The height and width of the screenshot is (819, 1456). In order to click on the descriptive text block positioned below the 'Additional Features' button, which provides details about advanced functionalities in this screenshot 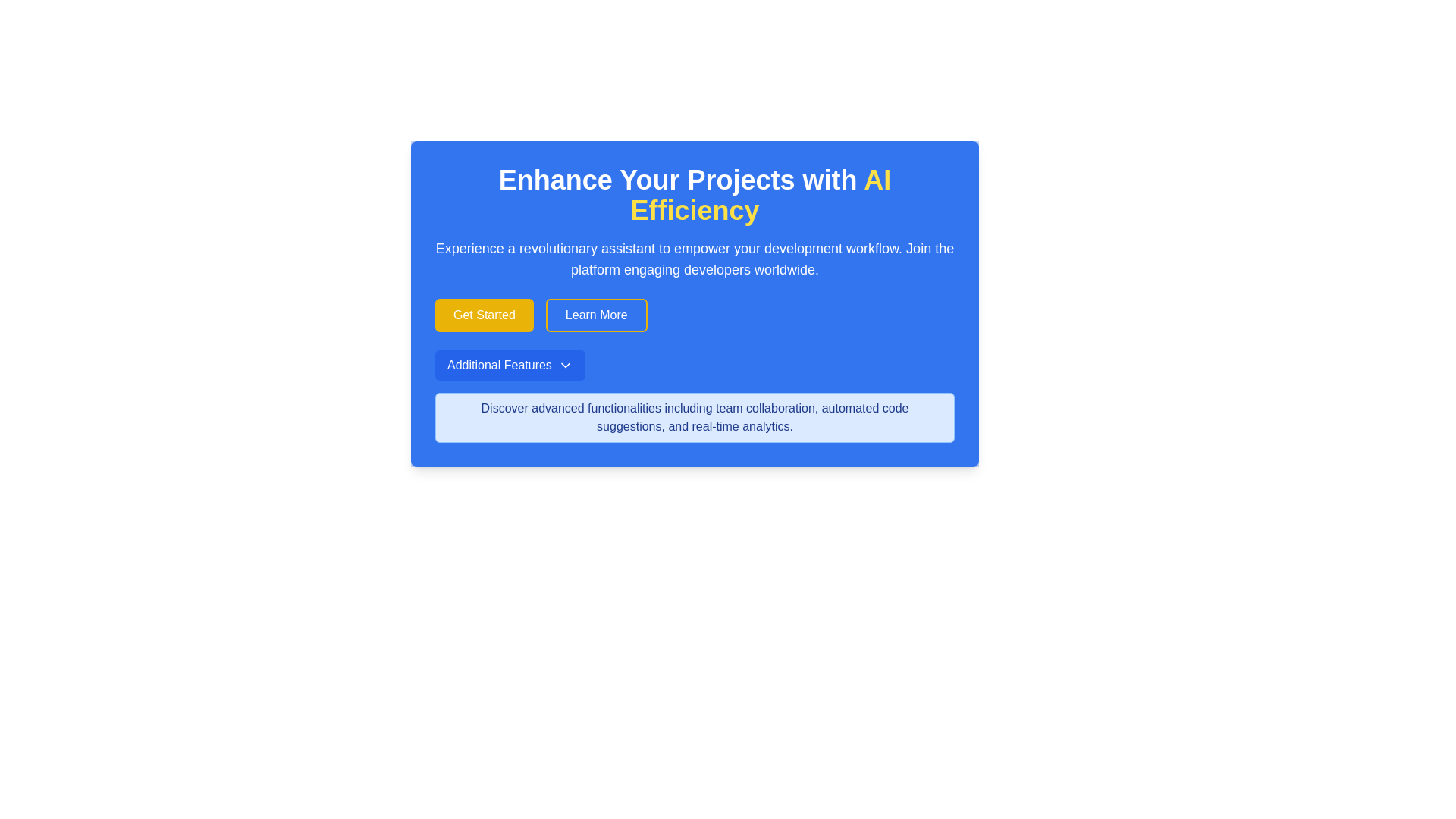, I will do `click(694, 418)`.